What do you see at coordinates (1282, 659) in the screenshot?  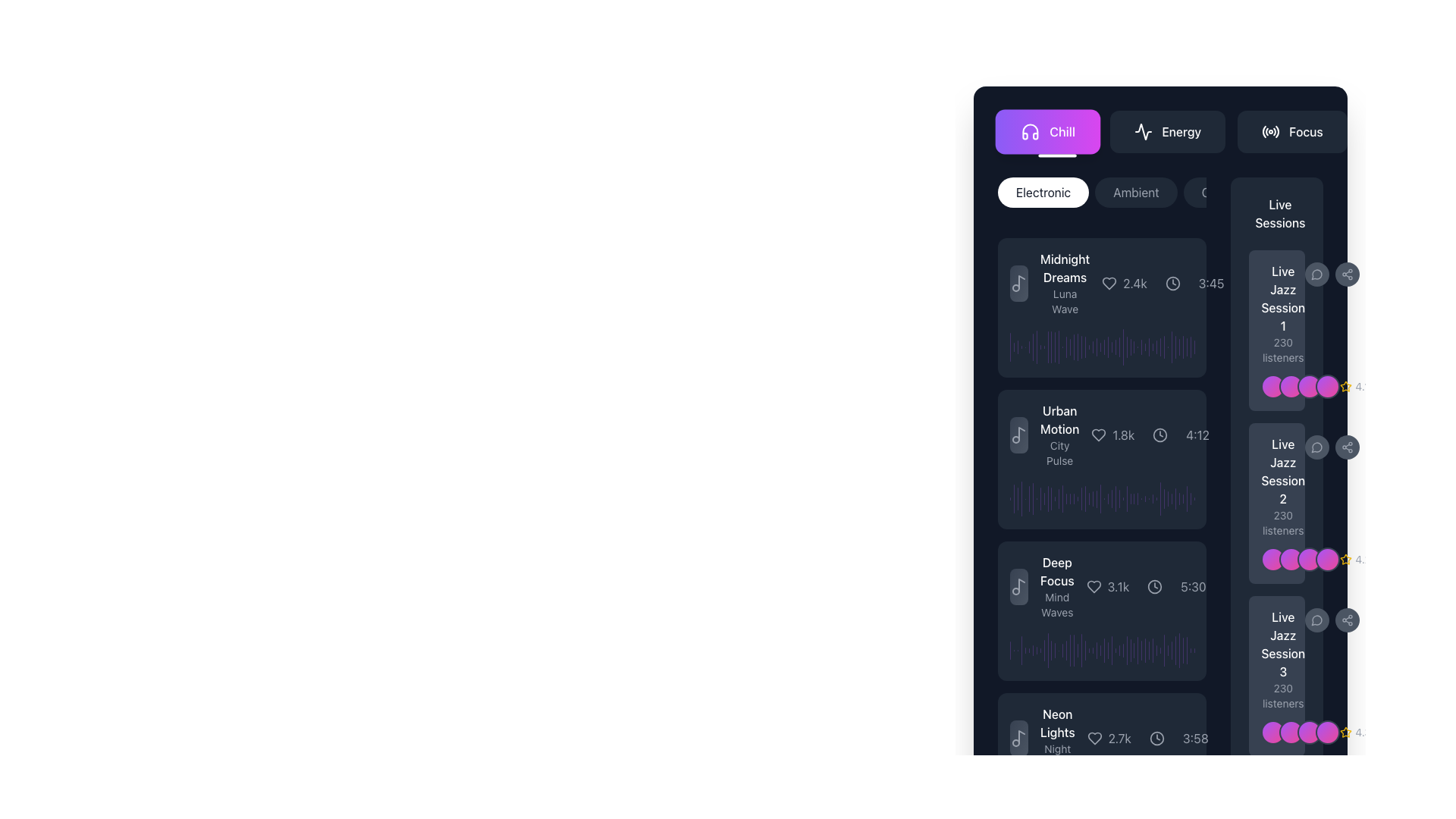 I see `the Text Display Block that shows 'Live Jazz Session 3' with '230 listeners' below it, located in the right panel of the 'Live Sessions' list` at bounding box center [1282, 659].